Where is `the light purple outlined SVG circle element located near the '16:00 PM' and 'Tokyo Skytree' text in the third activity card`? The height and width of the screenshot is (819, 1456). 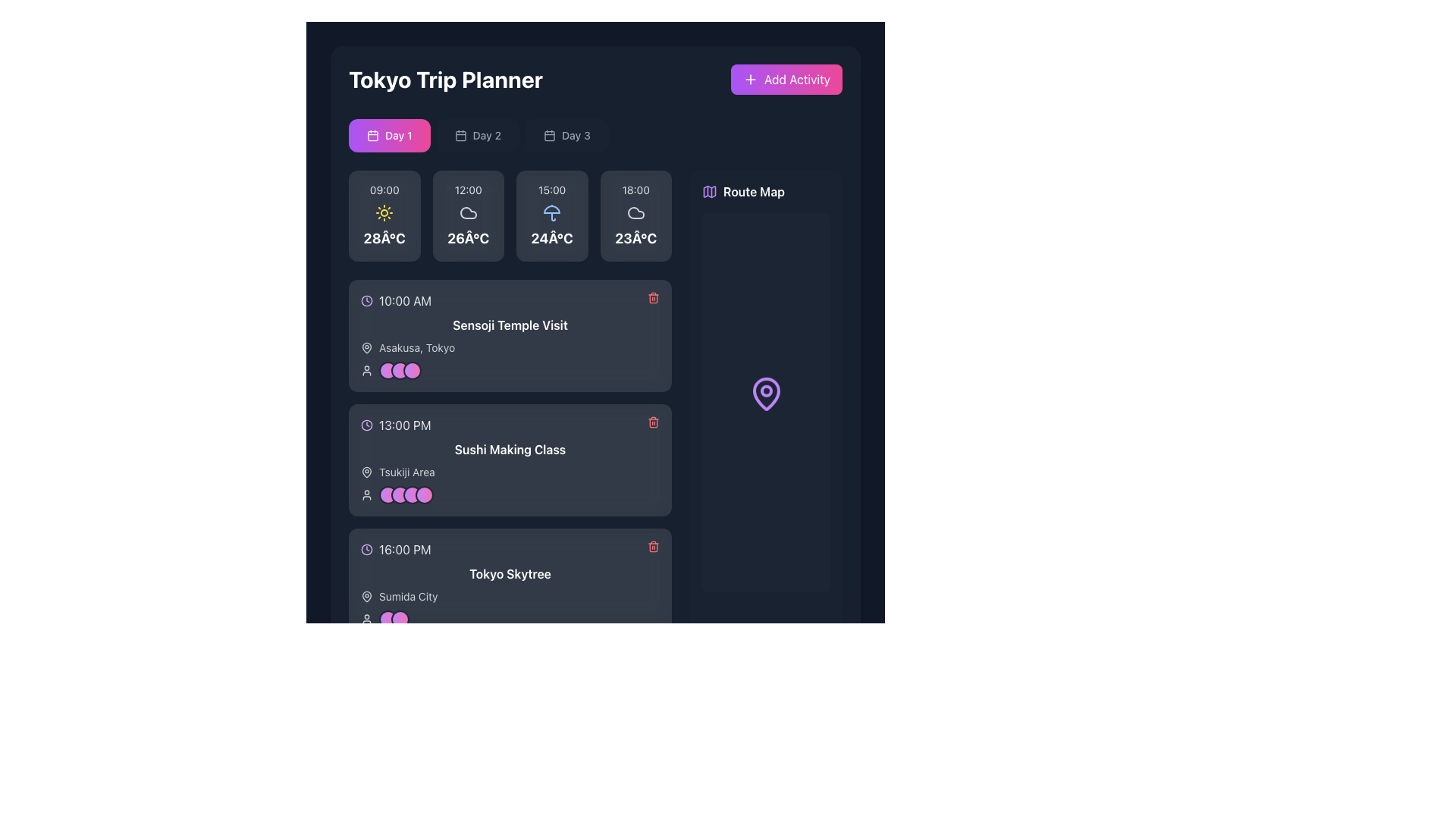 the light purple outlined SVG circle element located near the '16:00 PM' and 'Tokyo Skytree' text in the third activity card is located at coordinates (367, 550).